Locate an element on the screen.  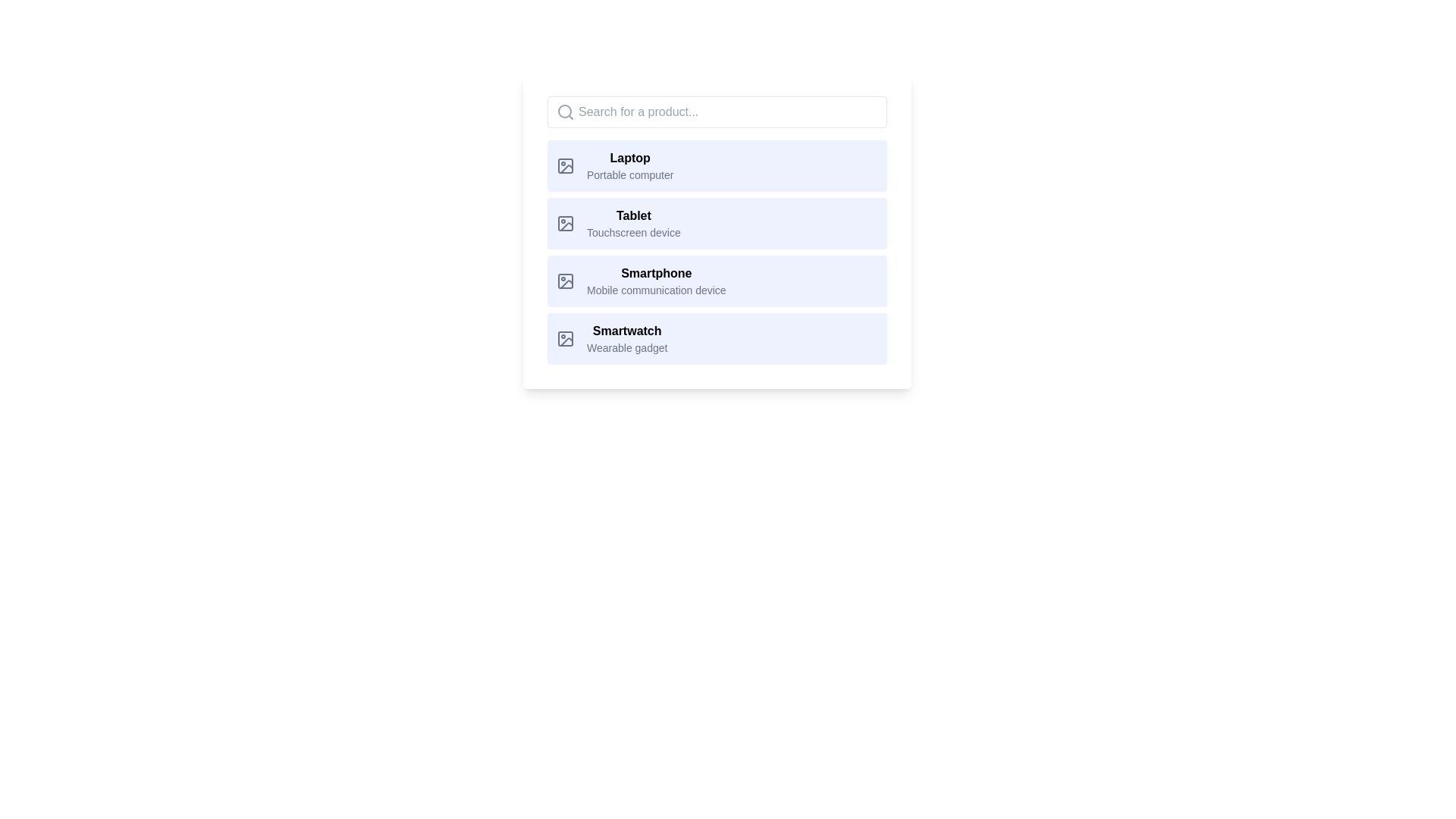
the icon representation of an image located to the left of the 'Laptop' text in the first row of the item list is located at coordinates (564, 166).